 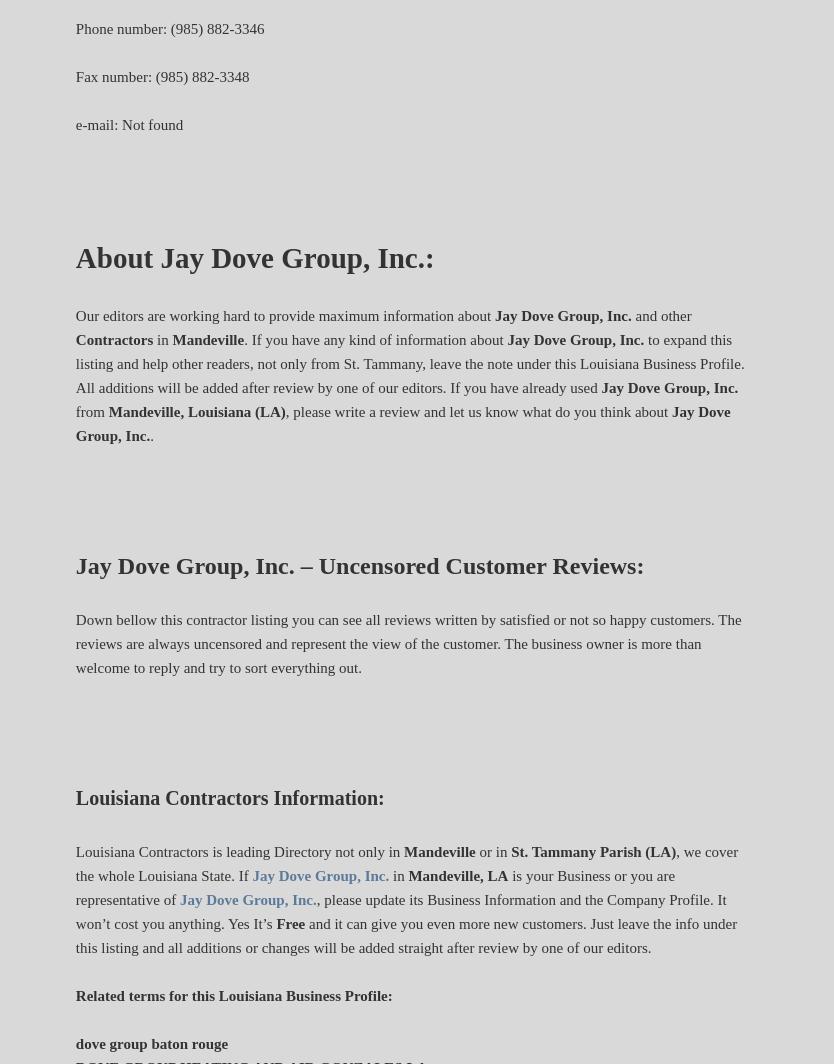 What do you see at coordinates (73, 411) in the screenshot?
I see `'from'` at bounding box center [73, 411].